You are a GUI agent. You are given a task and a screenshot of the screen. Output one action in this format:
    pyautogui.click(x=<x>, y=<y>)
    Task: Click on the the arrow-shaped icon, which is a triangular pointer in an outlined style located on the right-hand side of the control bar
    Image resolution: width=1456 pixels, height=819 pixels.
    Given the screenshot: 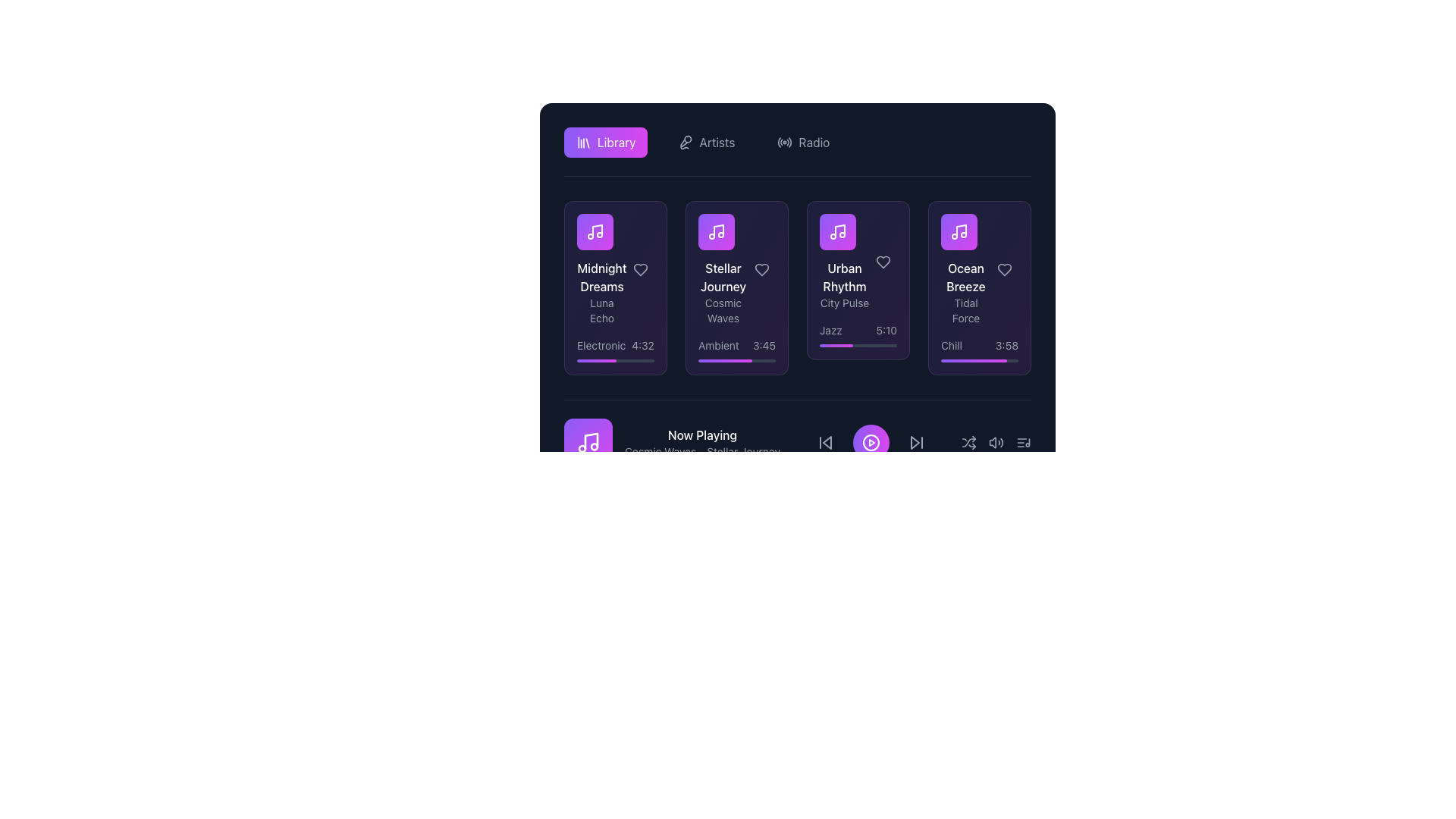 What is the action you would take?
    pyautogui.click(x=914, y=442)
    